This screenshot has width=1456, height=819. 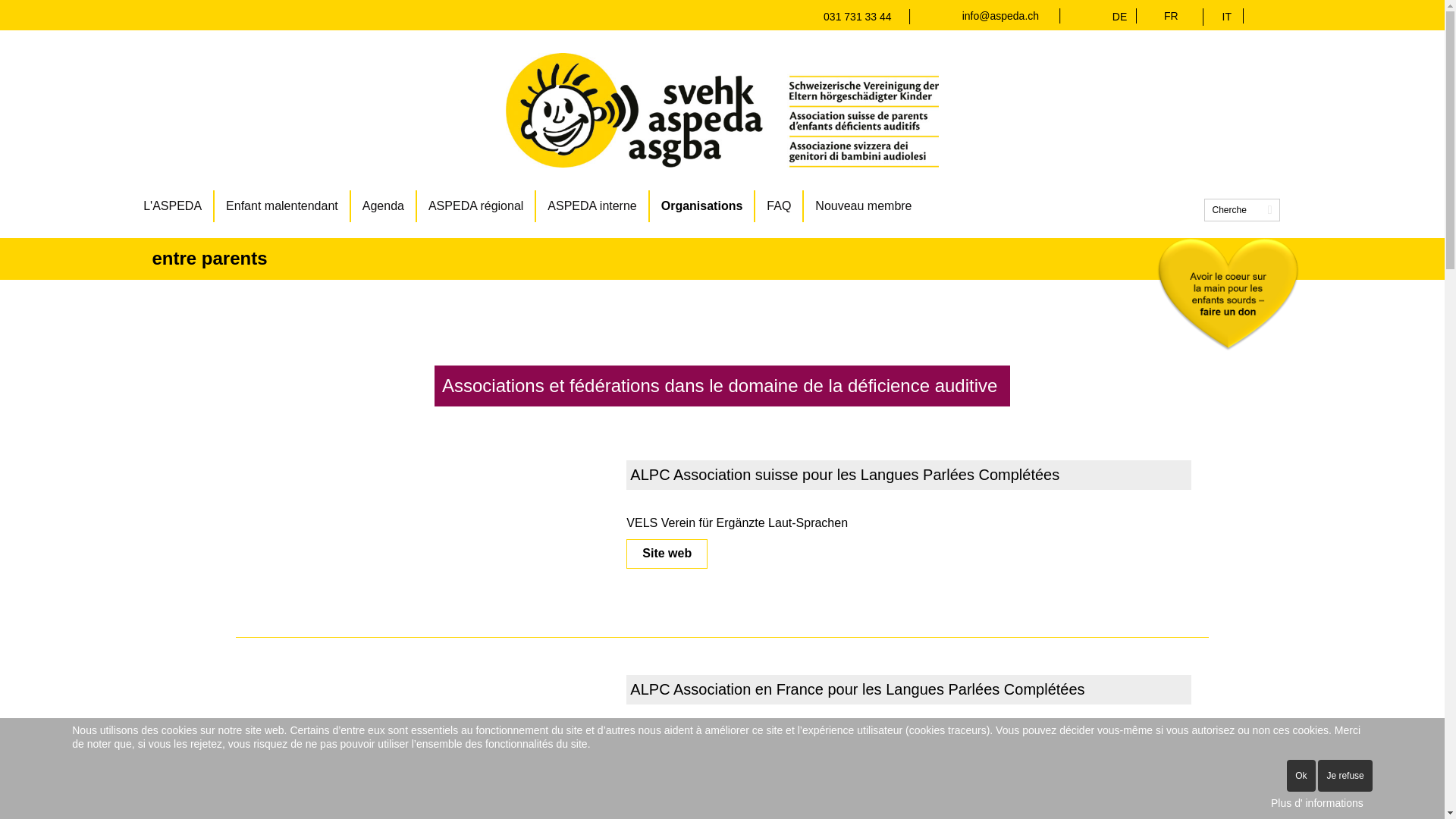 I want to click on 'Ok', so click(x=1300, y=775).